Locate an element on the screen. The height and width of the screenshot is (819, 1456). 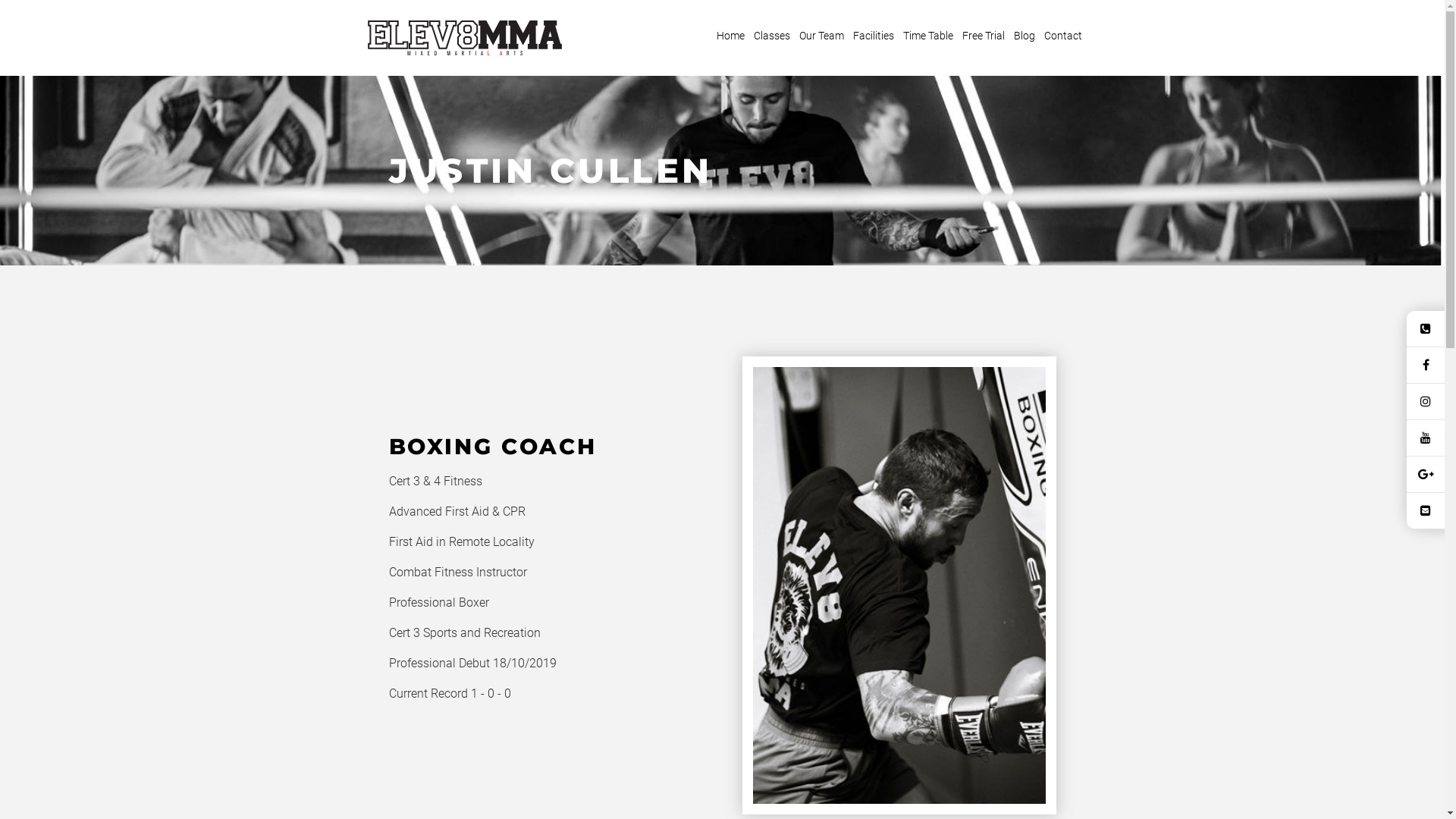
'Facilities' is located at coordinates (848, 35).